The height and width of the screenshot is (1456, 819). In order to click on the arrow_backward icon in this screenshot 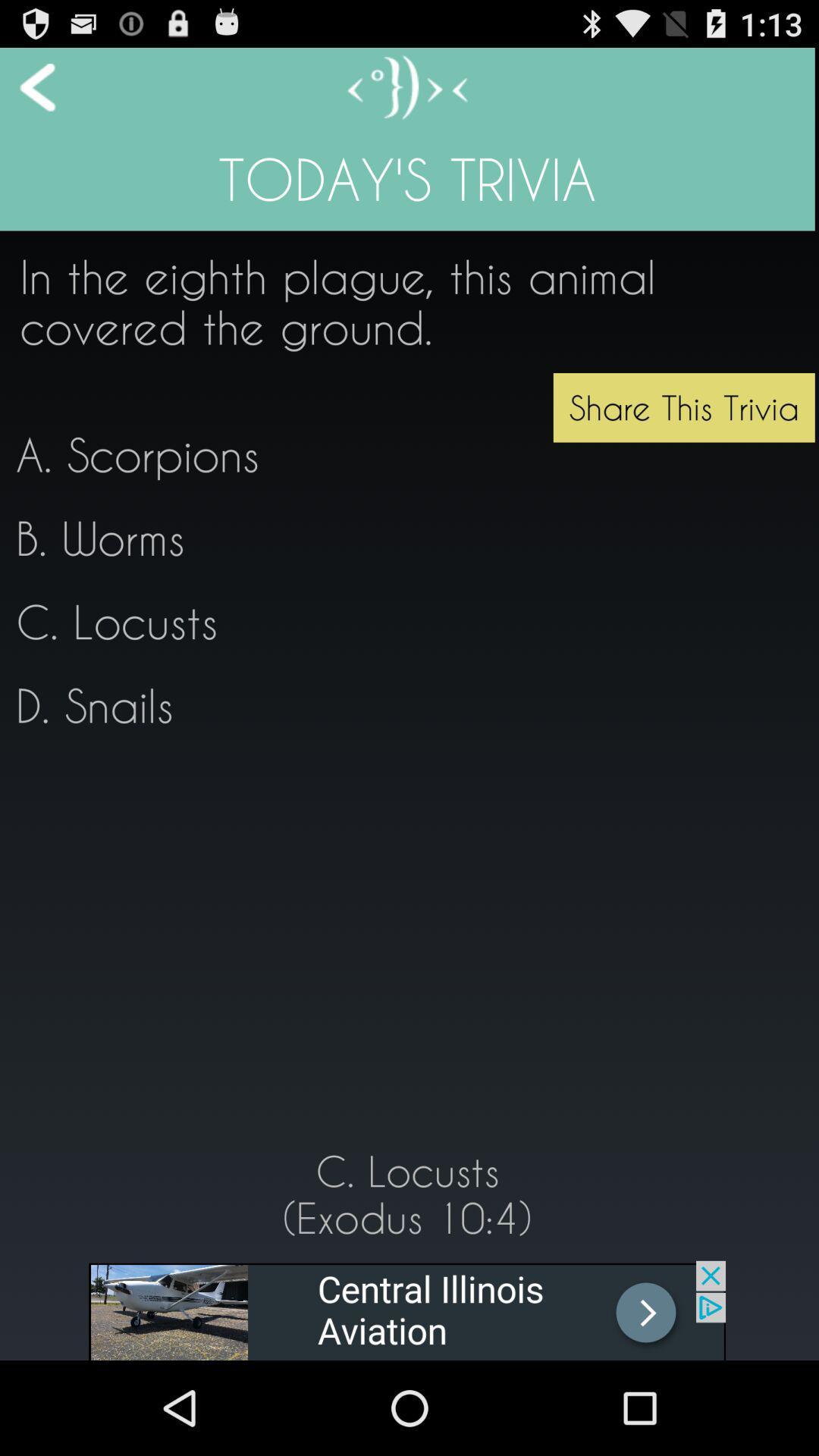, I will do `click(27, 93)`.